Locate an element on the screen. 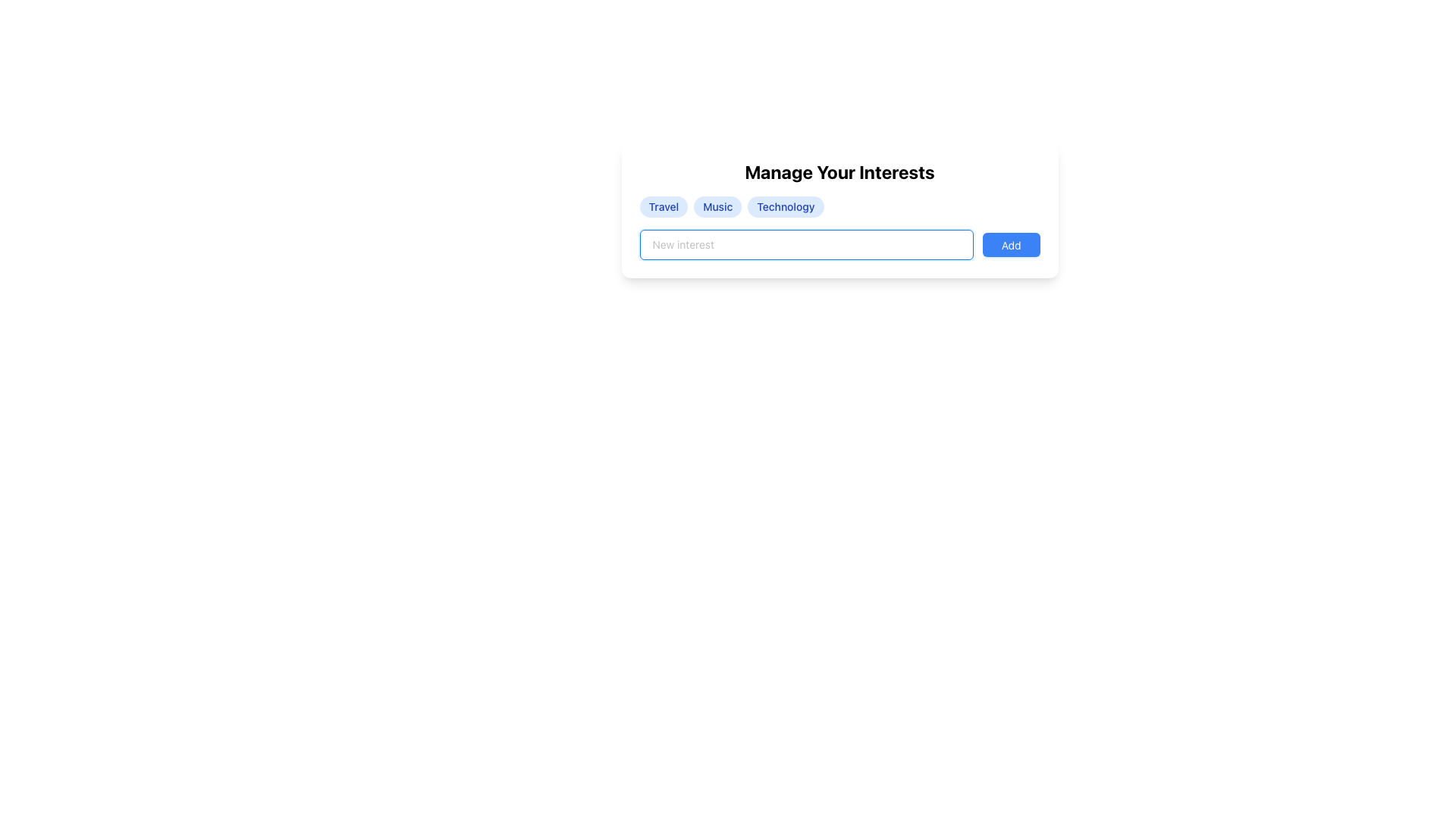 Image resolution: width=1456 pixels, height=819 pixels. the 'Technology' tag/label component in the row of badge-like elements is located at coordinates (786, 207).